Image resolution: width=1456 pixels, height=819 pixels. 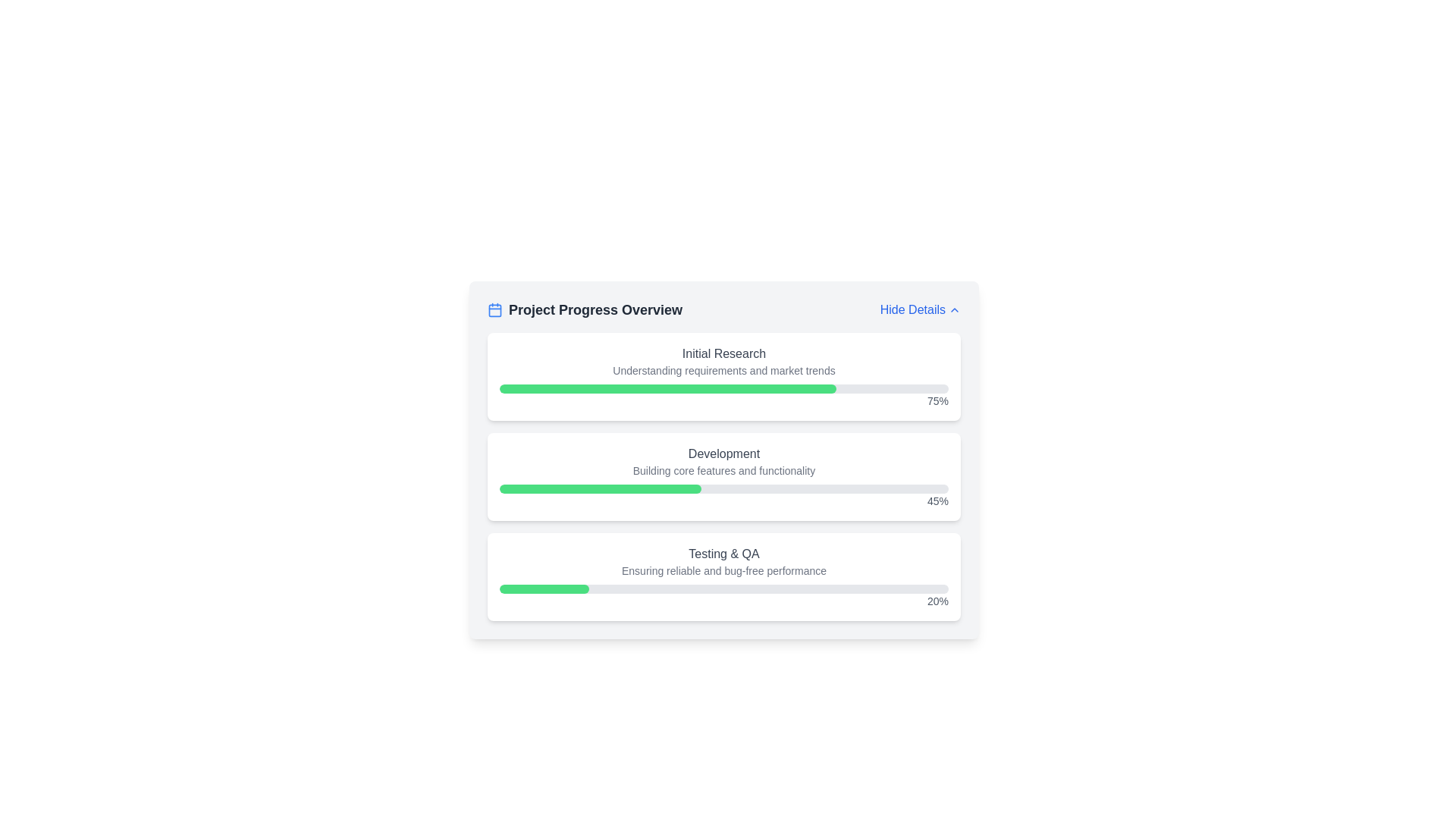 I want to click on the Toggle Link (Text with Icon) to underline the text, which is located at the far-right side of the 'Project Progress Overview' section, so click(x=919, y=309).